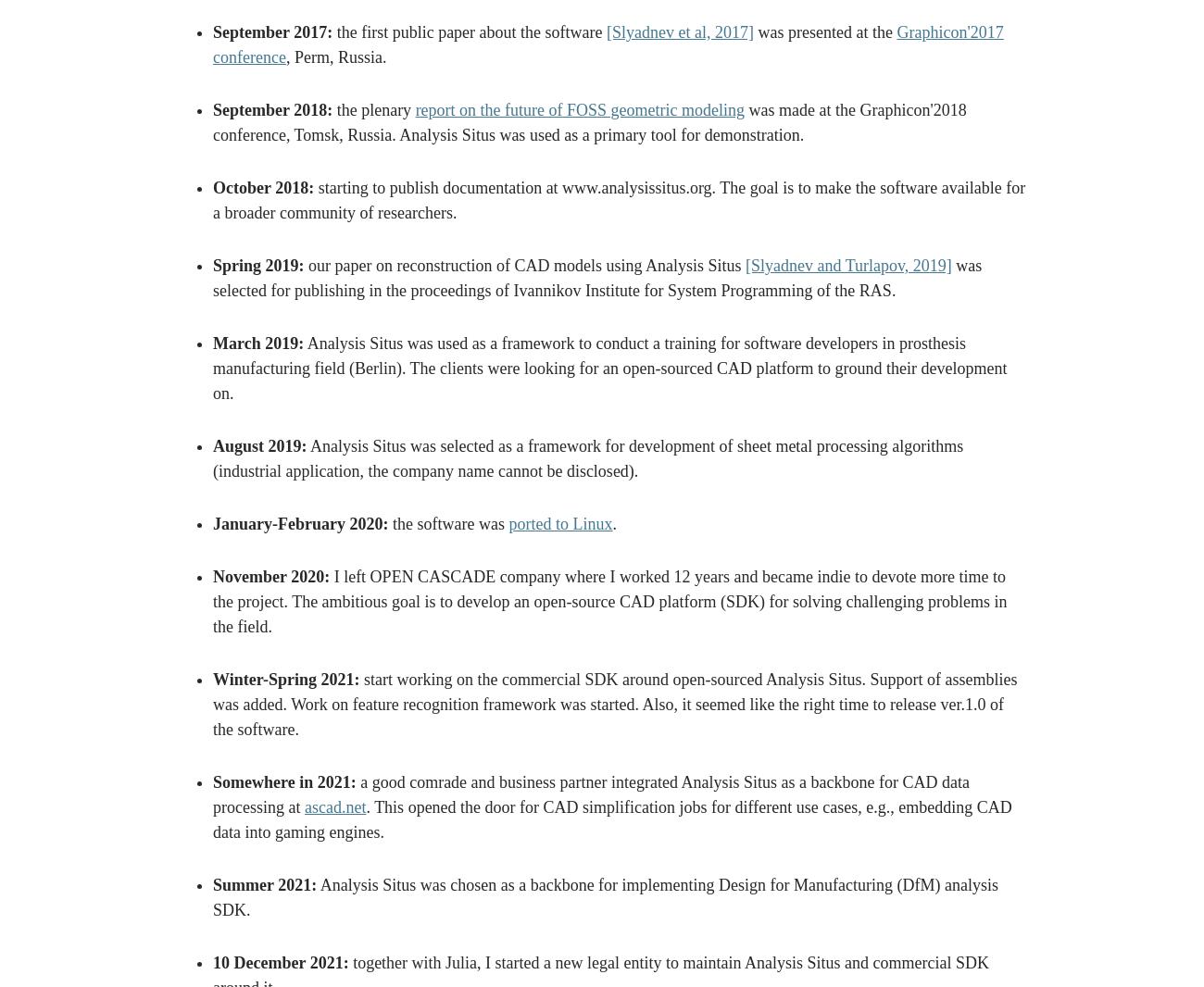  I want to click on 'March 2019:', so click(257, 343).